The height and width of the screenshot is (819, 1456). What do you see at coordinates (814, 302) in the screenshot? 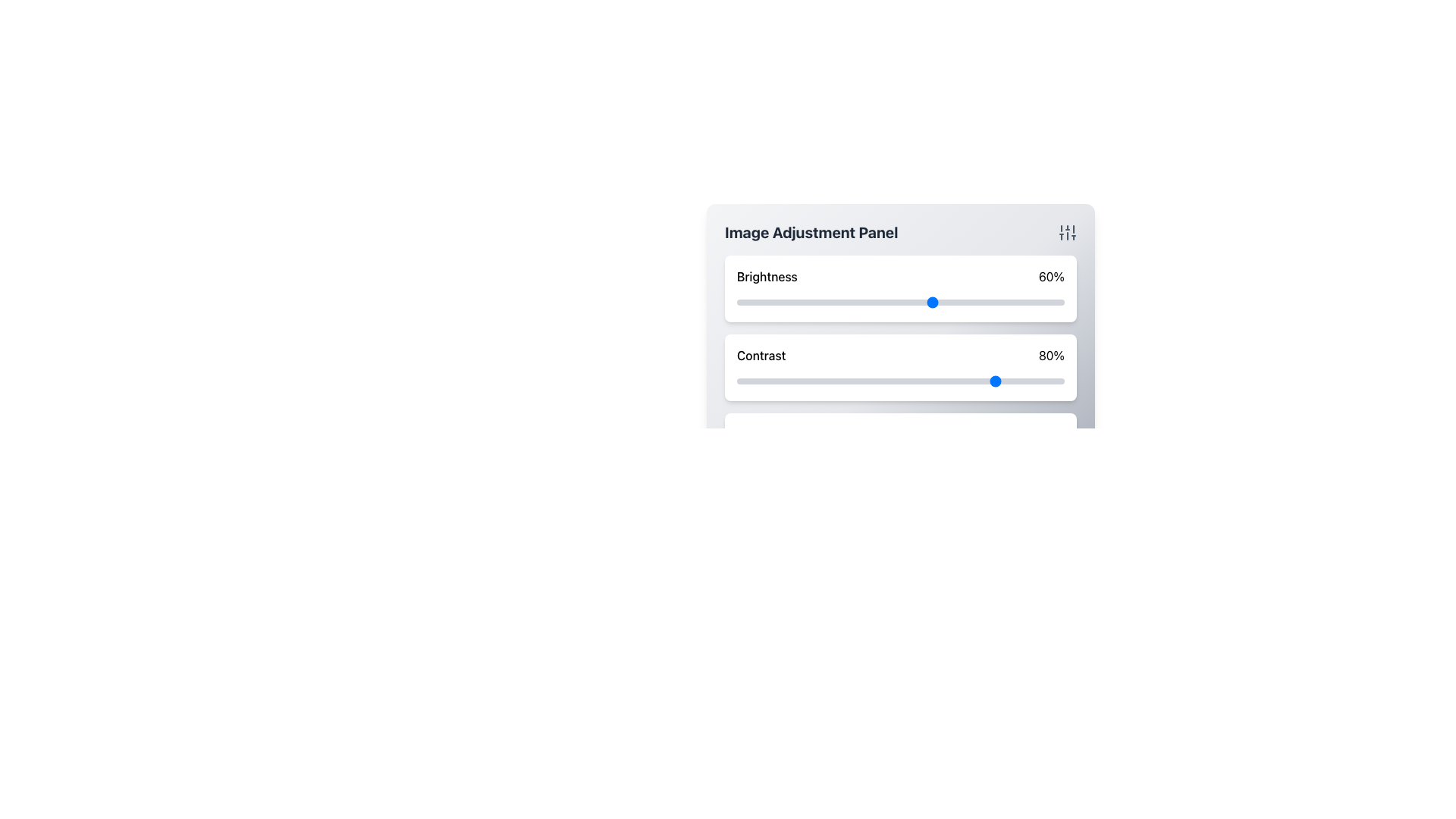
I see `brightness` at bounding box center [814, 302].